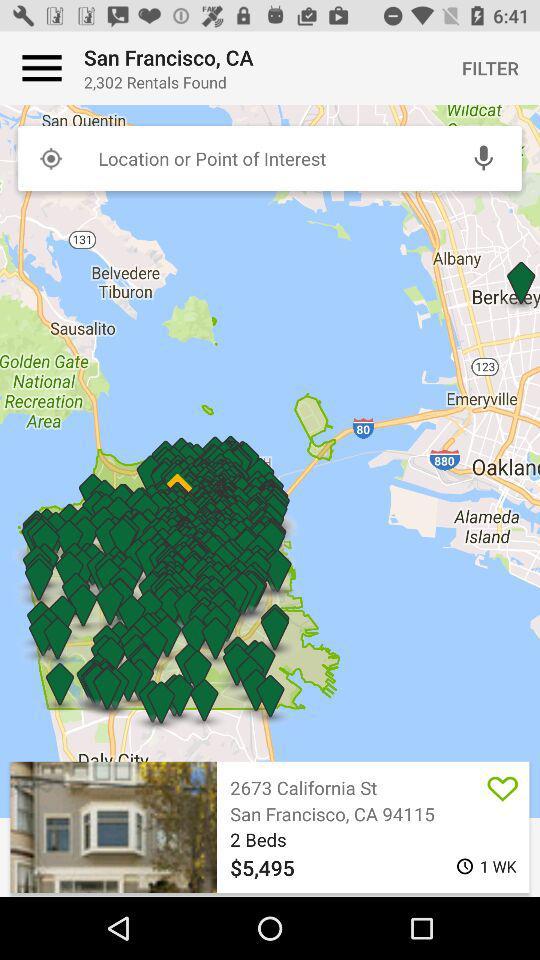 This screenshot has width=540, height=960. What do you see at coordinates (502, 787) in the screenshot?
I see `the favorite icon` at bounding box center [502, 787].